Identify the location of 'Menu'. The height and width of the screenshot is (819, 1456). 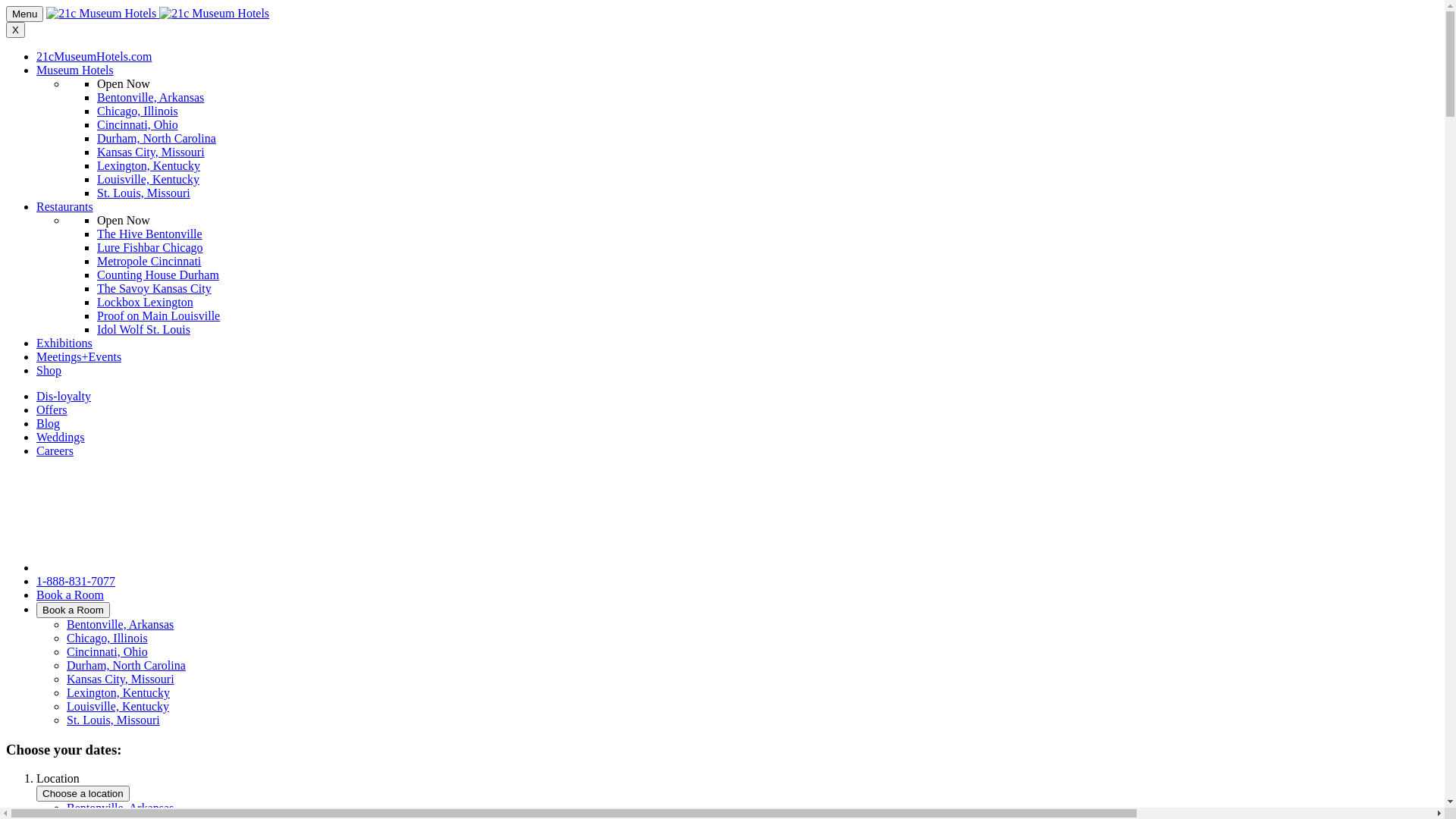
(24, 14).